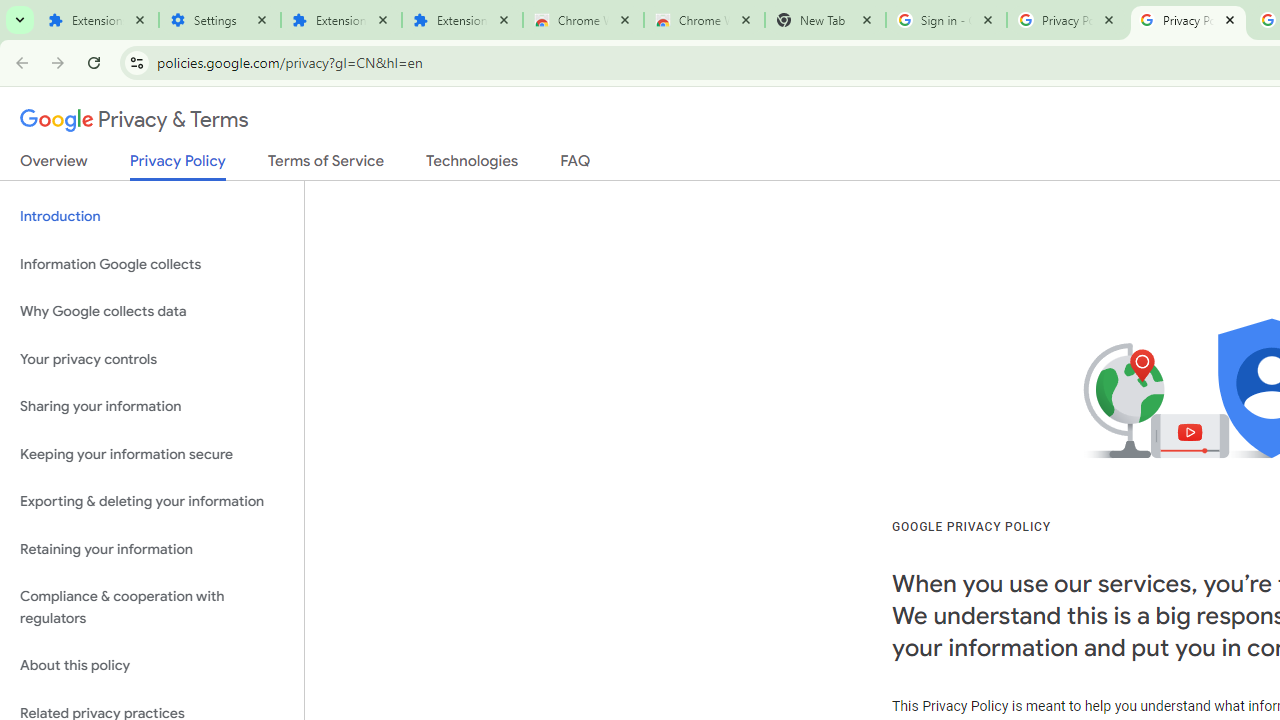  What do you see at coordinates (151, 217) in the screenshot?
I see `'Introduction'` at bounding box center [151, 217].